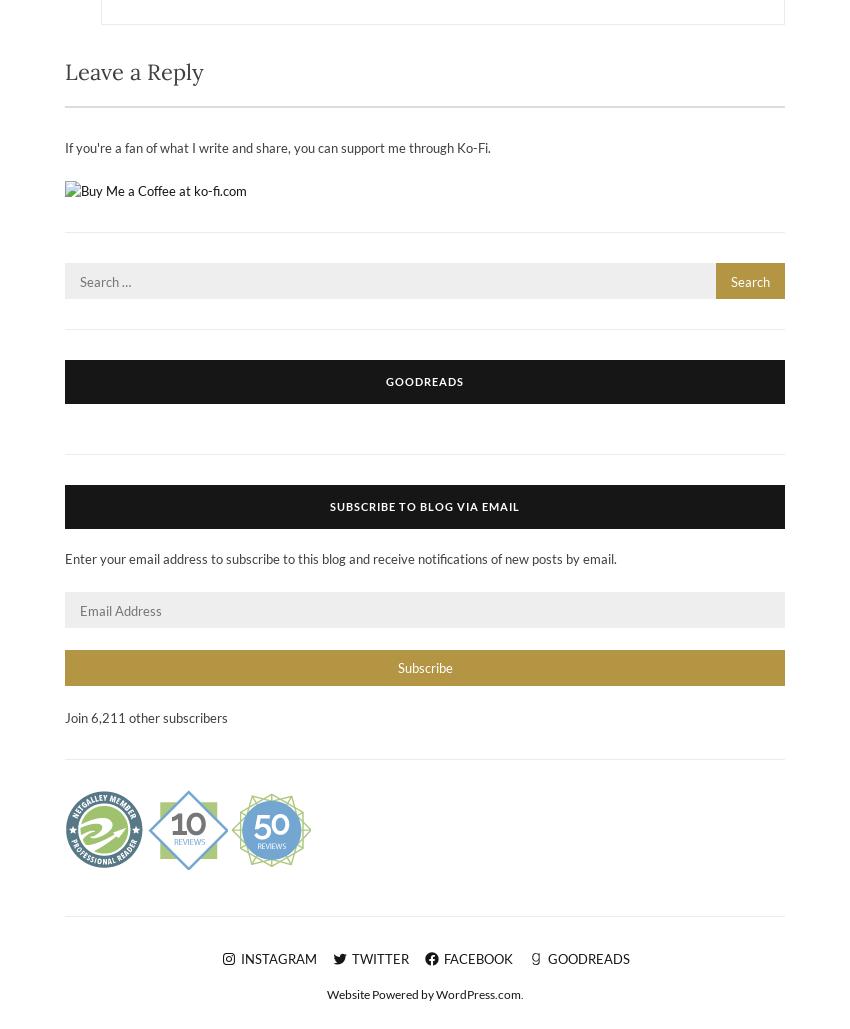 Image resolution: width=850 pixels, height=1029 pixels. What do you see at coordinates (520, 992) in the screenshot?
I see `'.'` at bounding box center [520, 992].